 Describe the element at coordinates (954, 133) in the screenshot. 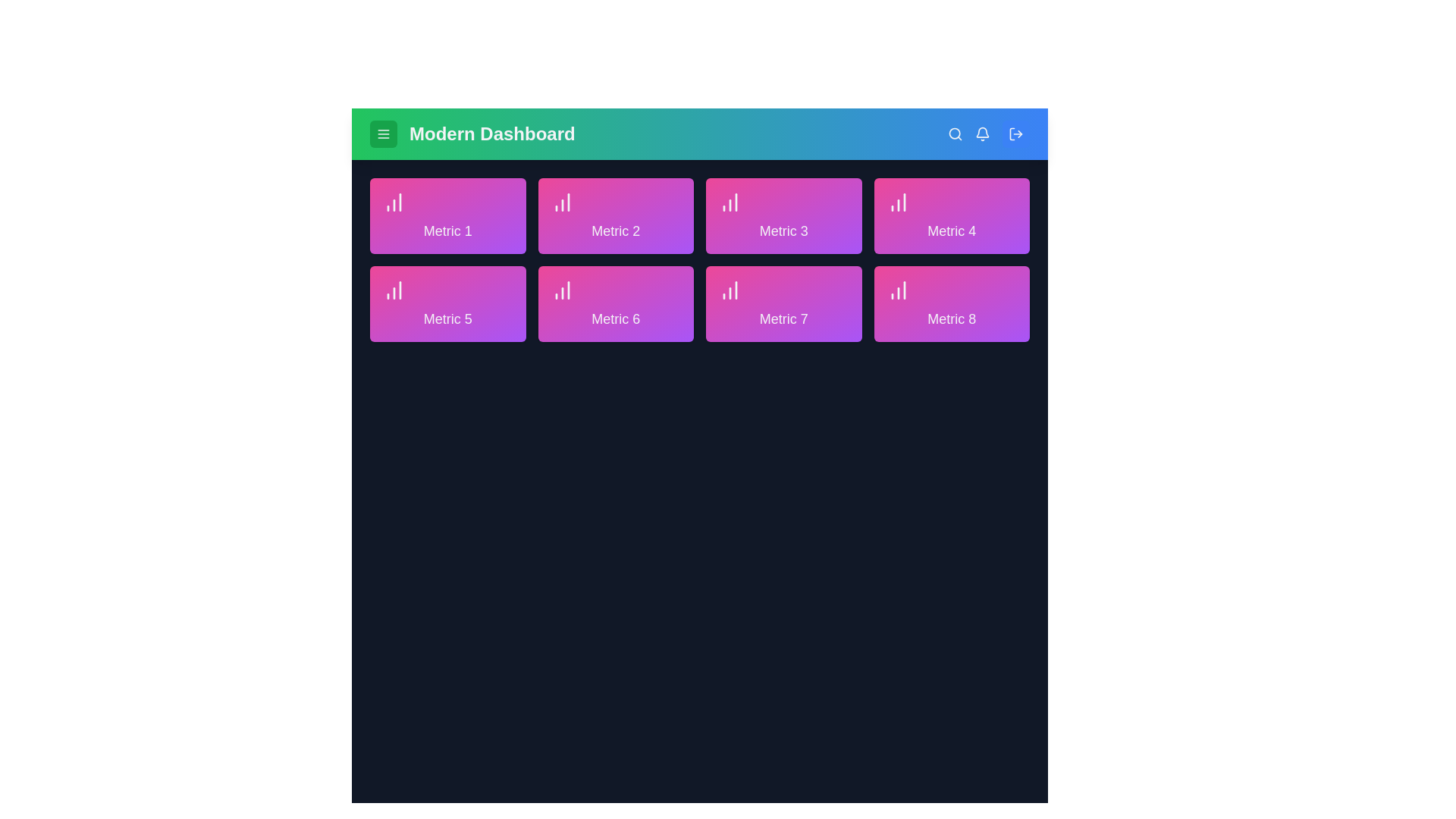

I see `the search icon located in the top-right corner of the AdvancedAppBar` at that location.